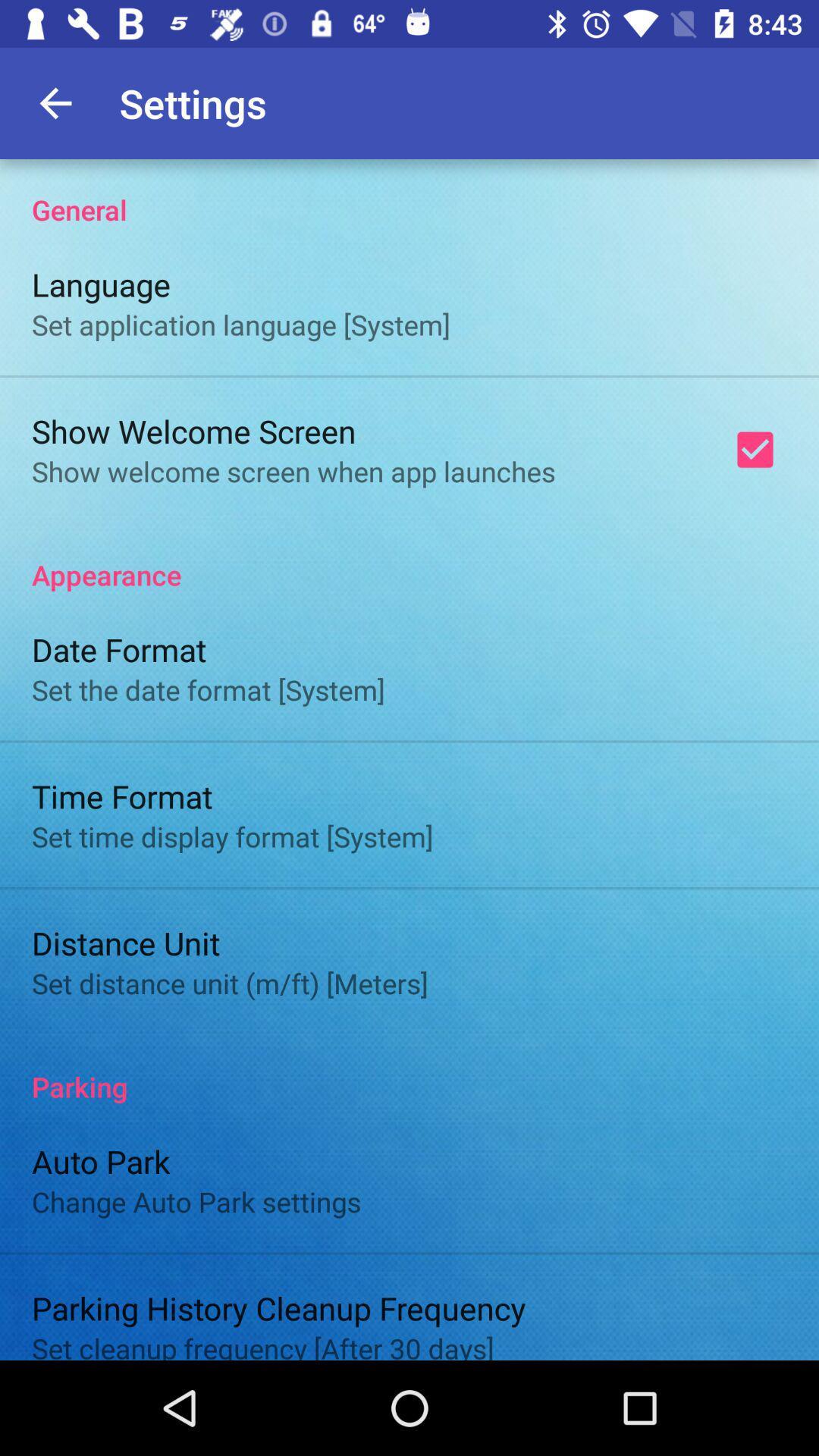 The height and width of the screenshot is (1456, 819). Describe the element at coordinates (409, 193) in the screenshot. I see `the item above the language icon` at that location.